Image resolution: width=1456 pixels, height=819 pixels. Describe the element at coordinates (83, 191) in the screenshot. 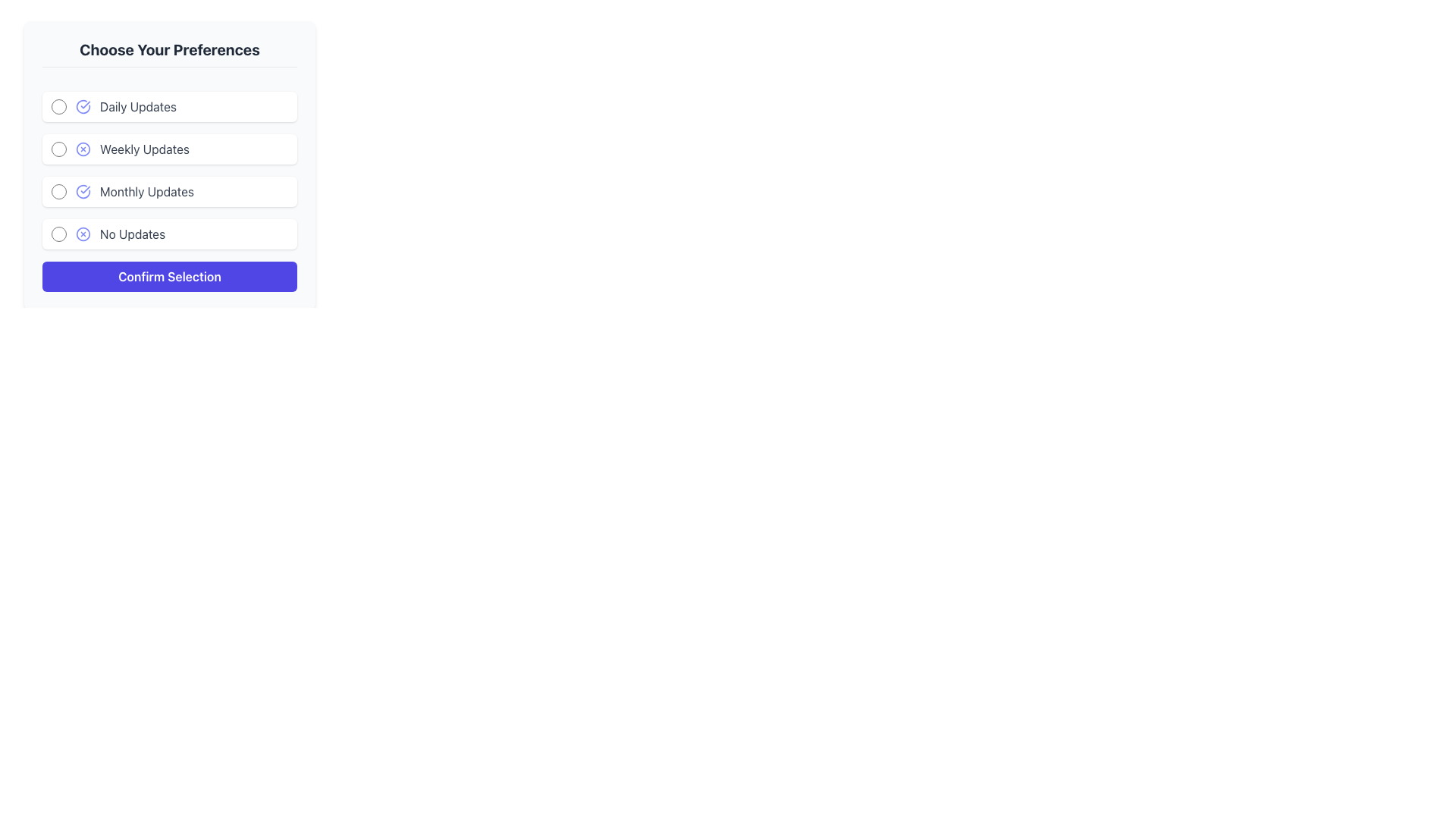

I see `the upper part of the circular icon in the SVG, which is located to the left of the text 'Monthly Updates'` at that location.